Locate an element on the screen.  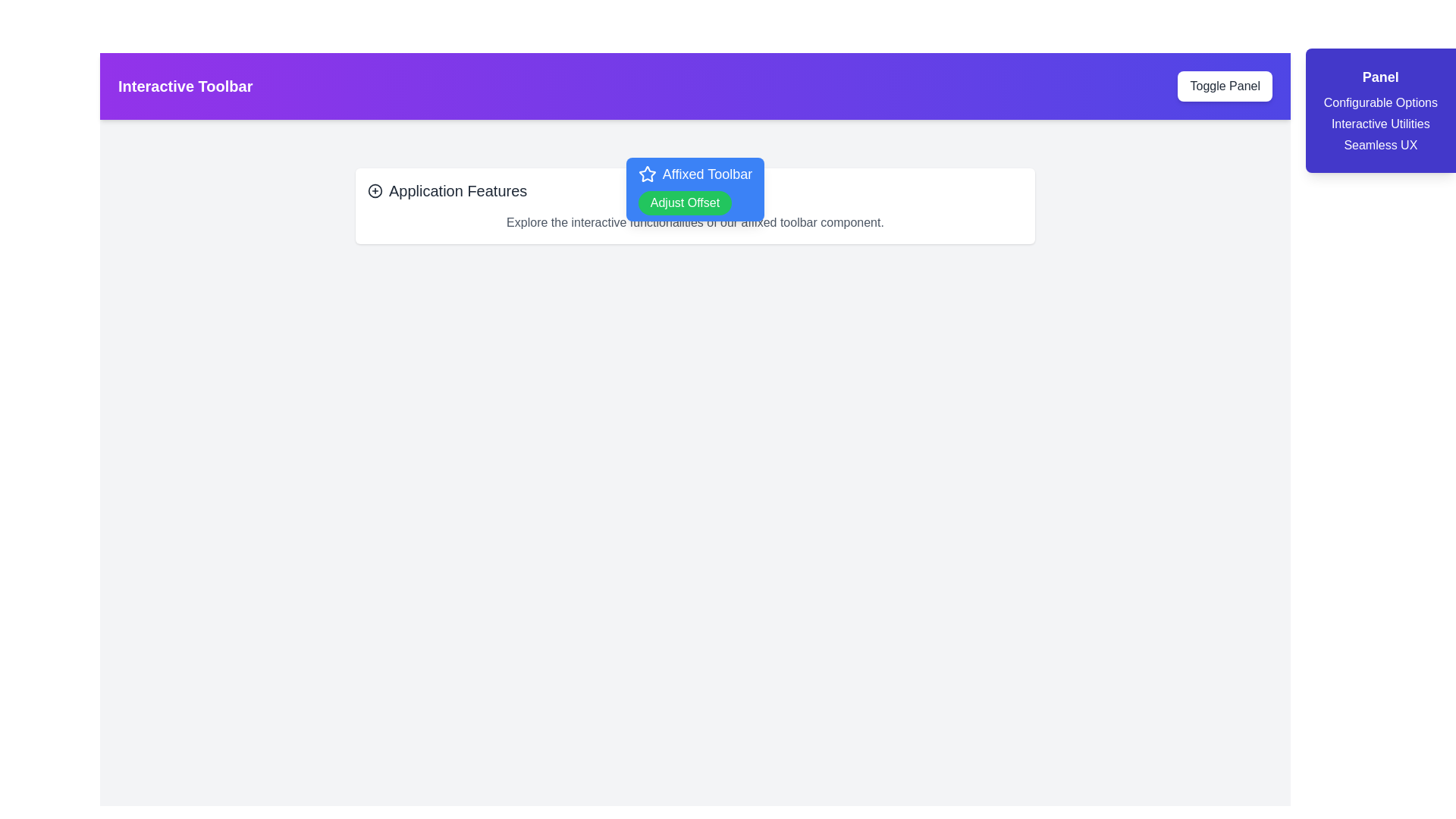
the header text label located at the top of the central white card-like section, which indicates the content focus of the interface below it is located at coordinates (694, 190).